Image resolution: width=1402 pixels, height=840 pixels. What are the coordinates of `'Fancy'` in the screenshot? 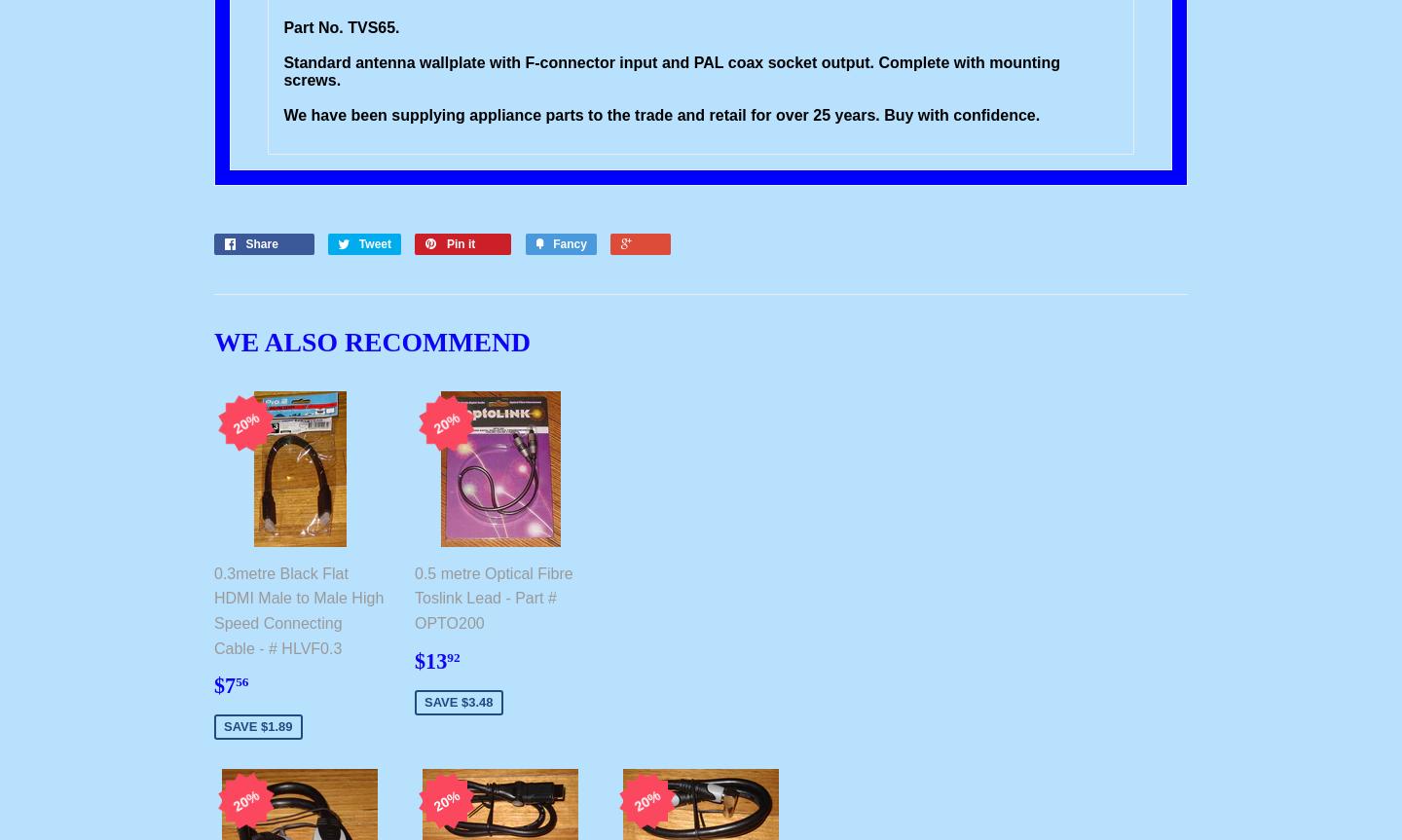 It's located at (569, 243).